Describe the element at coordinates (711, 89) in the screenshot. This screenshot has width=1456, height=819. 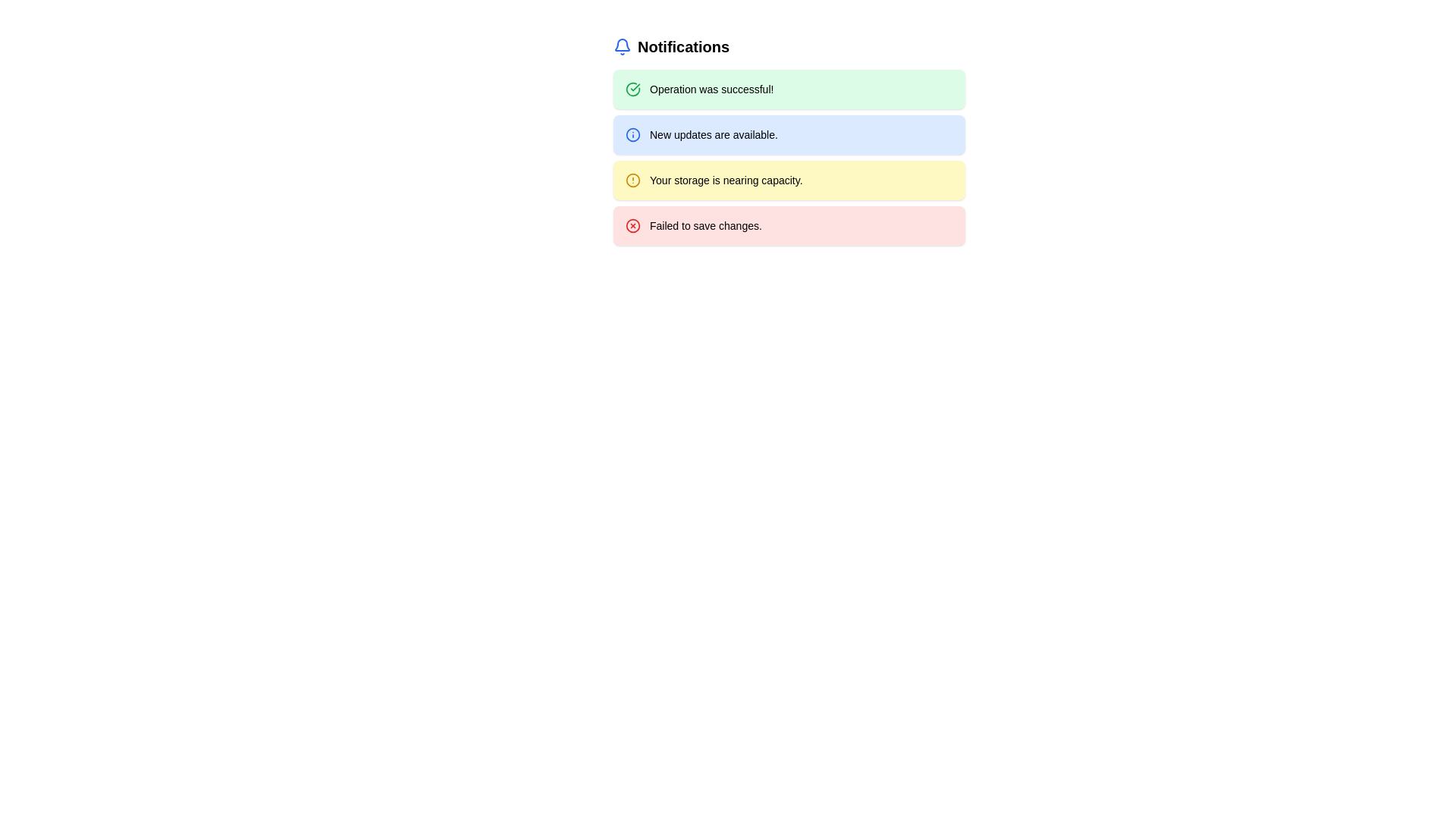
I see `the notification message text label, which is located beside a green circular checkmark icon in the first item of a vertical list on a green background` at that location.